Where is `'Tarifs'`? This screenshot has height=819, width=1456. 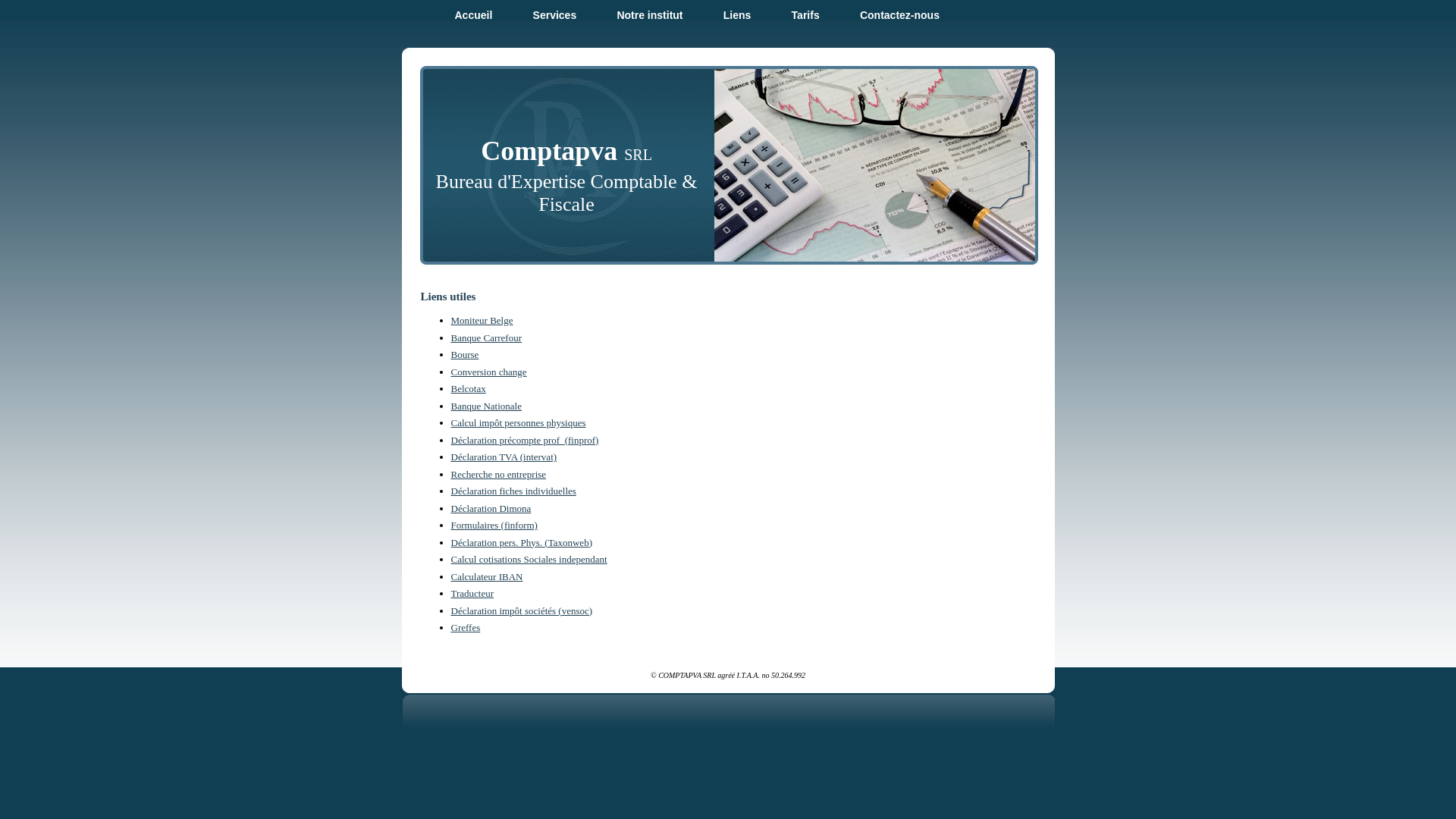 'Tarifs' is located at coordinates (805, 14).